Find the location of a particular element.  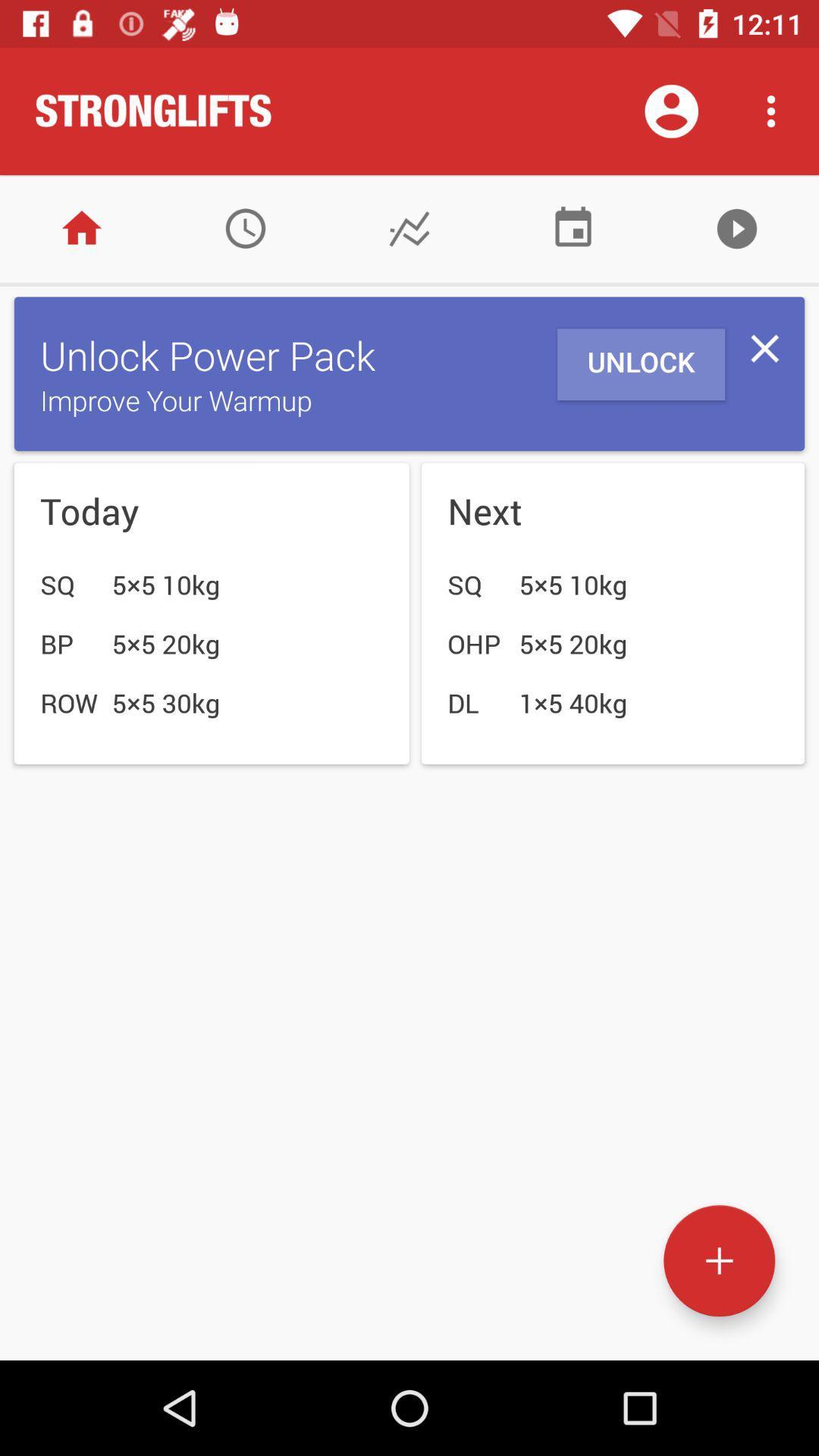

the item next to unlock item is located at coordinates (764, 347).